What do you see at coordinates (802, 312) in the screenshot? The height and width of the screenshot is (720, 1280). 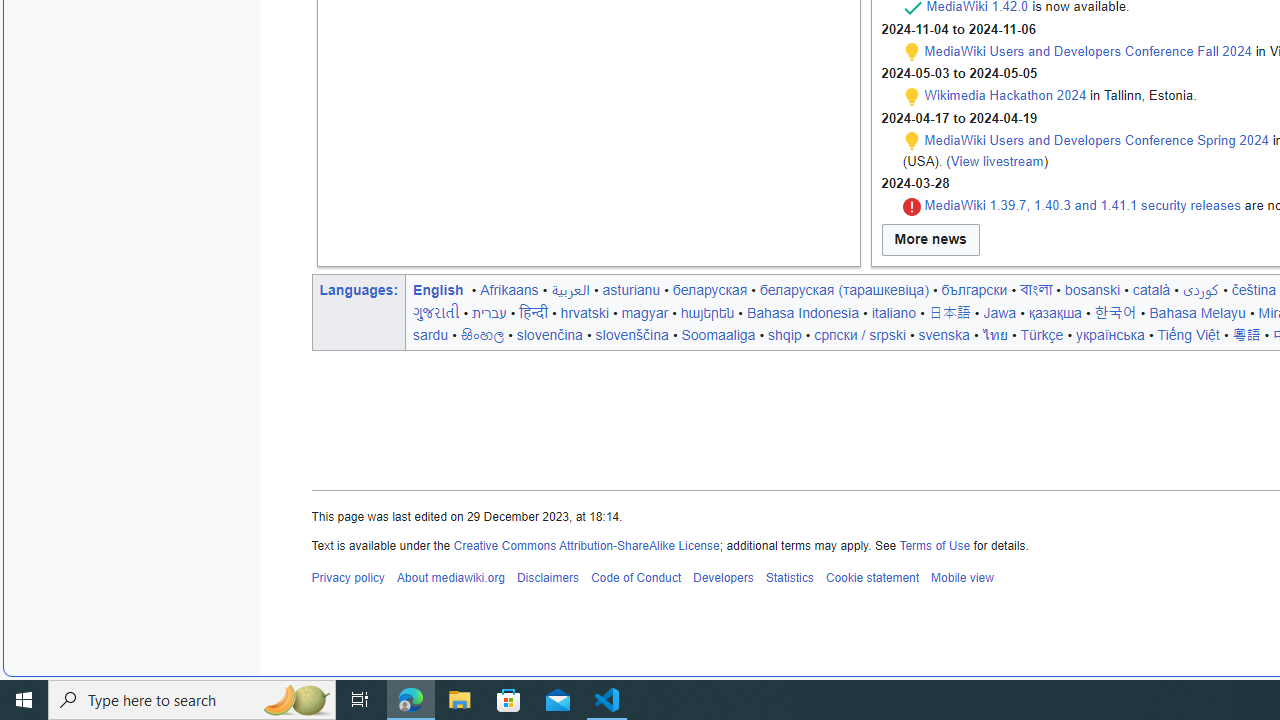 I see `'Bahasa Indonesia'` at bounding box center [802, 312].